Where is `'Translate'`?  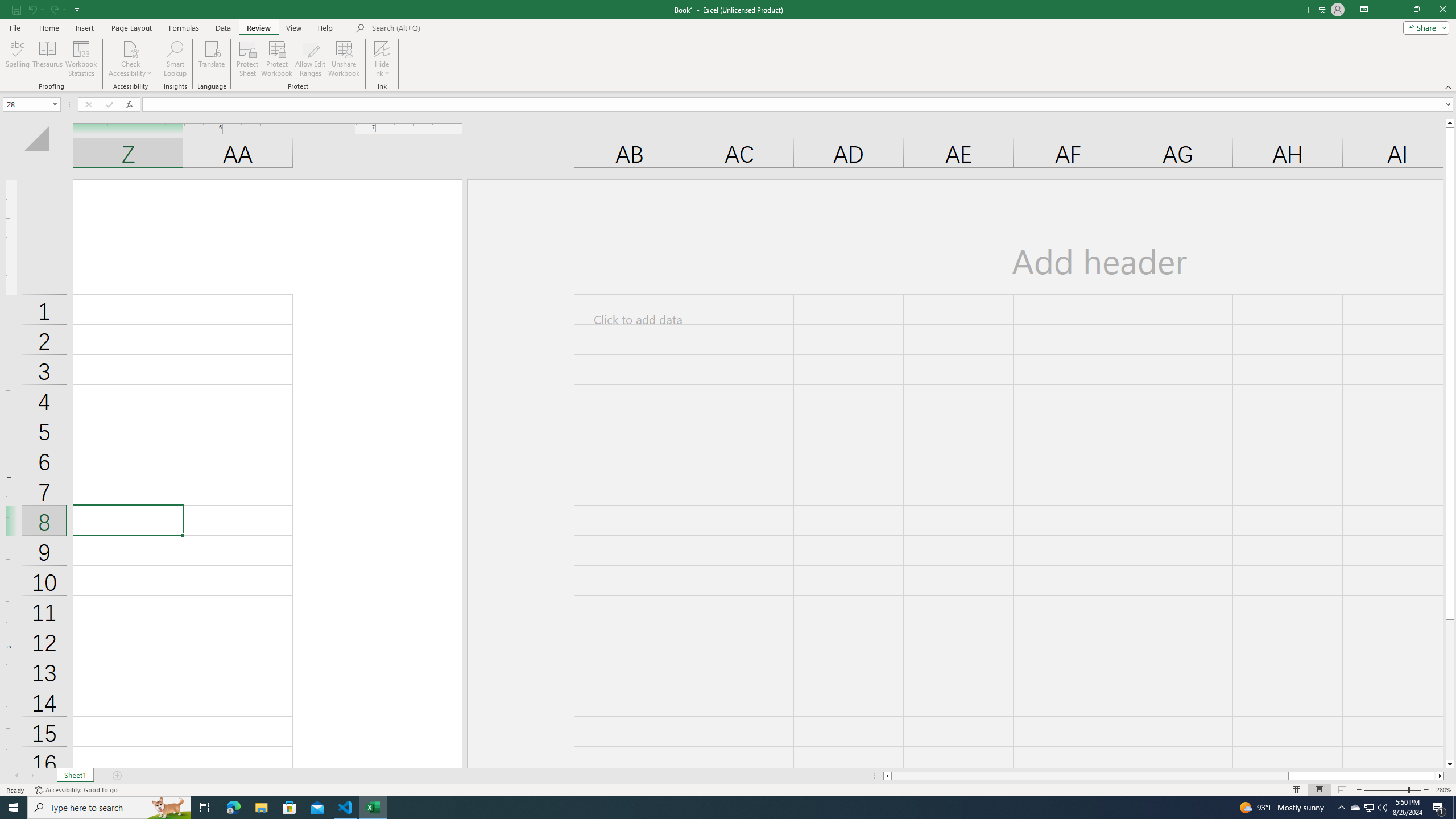 'Translate' is located at coordinates (211, 59).